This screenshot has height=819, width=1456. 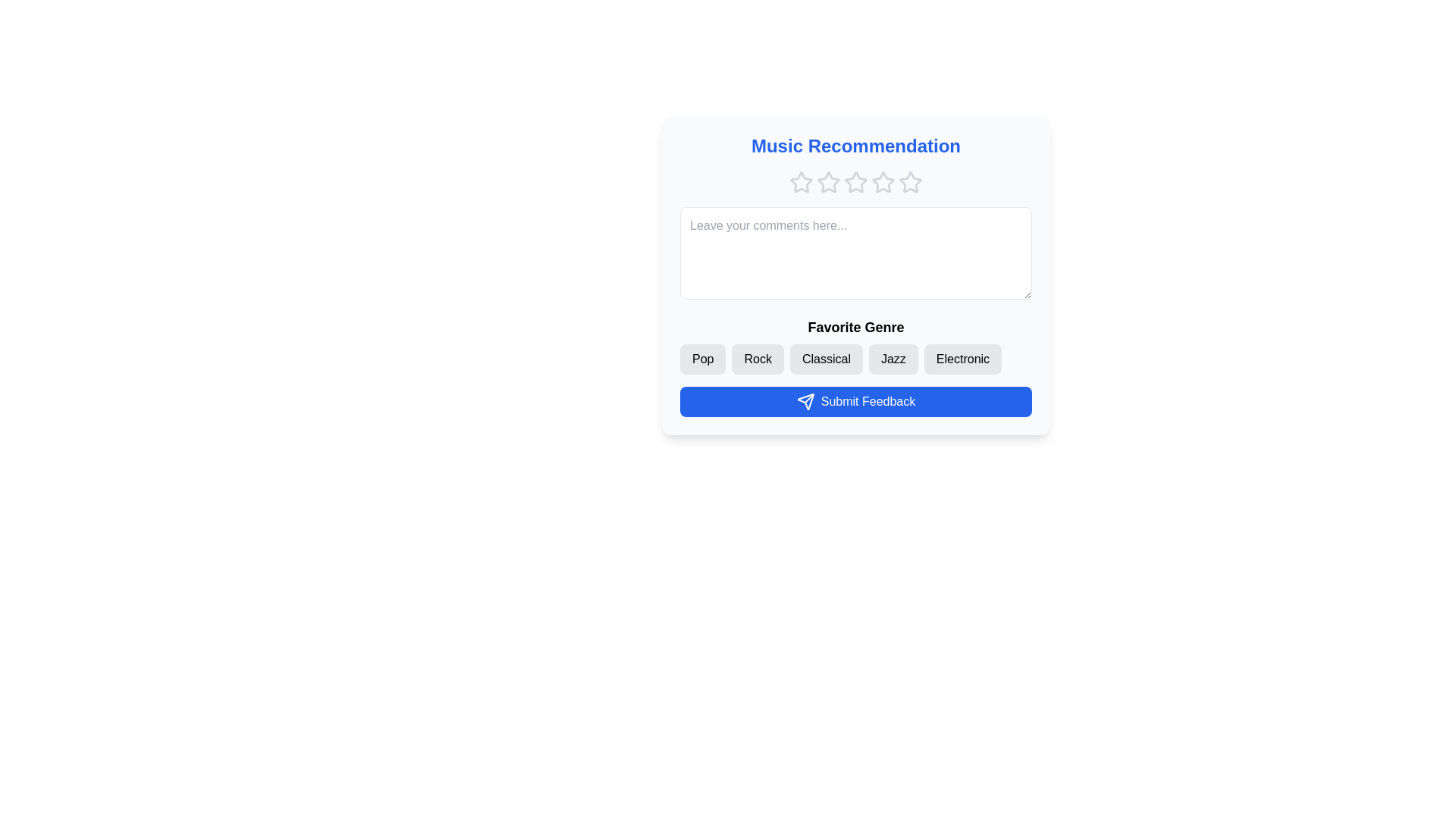 I want to click on the second star-shaped icon with a gray outline, so click(x=855, y=180).